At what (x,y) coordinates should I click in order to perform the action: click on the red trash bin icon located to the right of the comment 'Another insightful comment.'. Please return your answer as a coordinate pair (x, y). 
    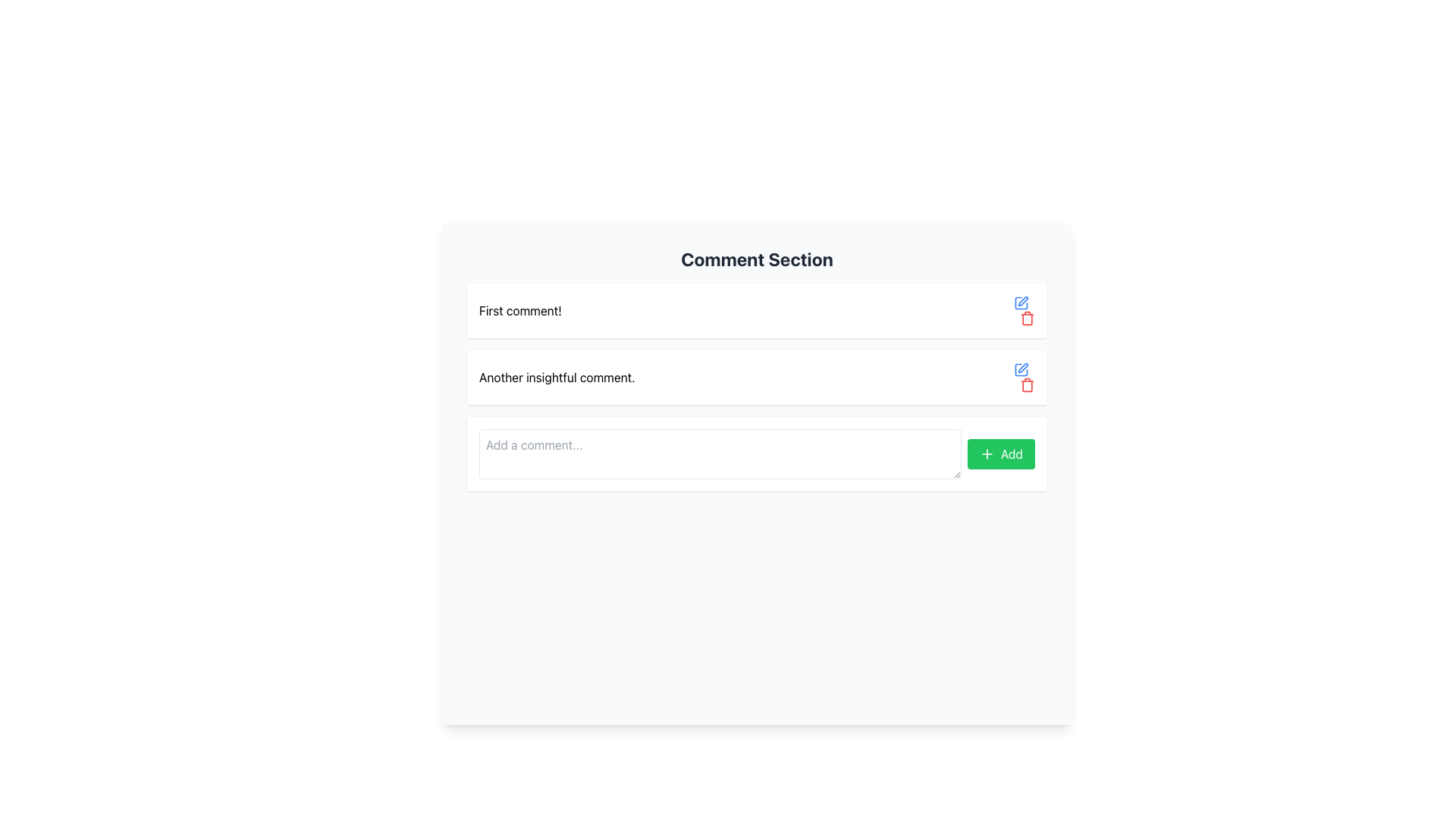
    Looking at the image, I should click on (1024, 376).